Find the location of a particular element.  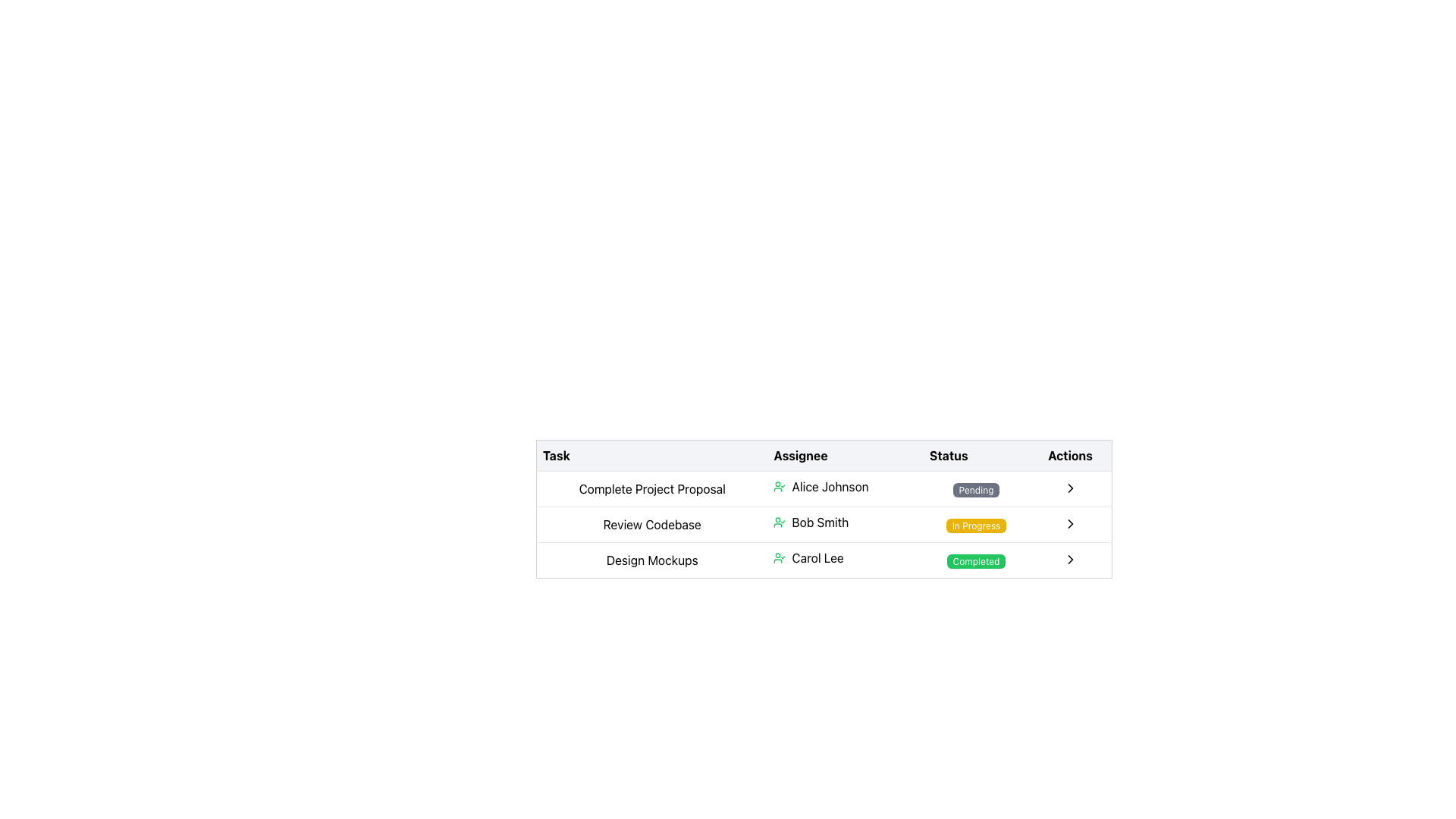

the compact, circular button with a rightward chevron arrow in the 'Actions' column corresponding to the task assigned to 'Bob Smith' is located at coordinates (1069, 522).